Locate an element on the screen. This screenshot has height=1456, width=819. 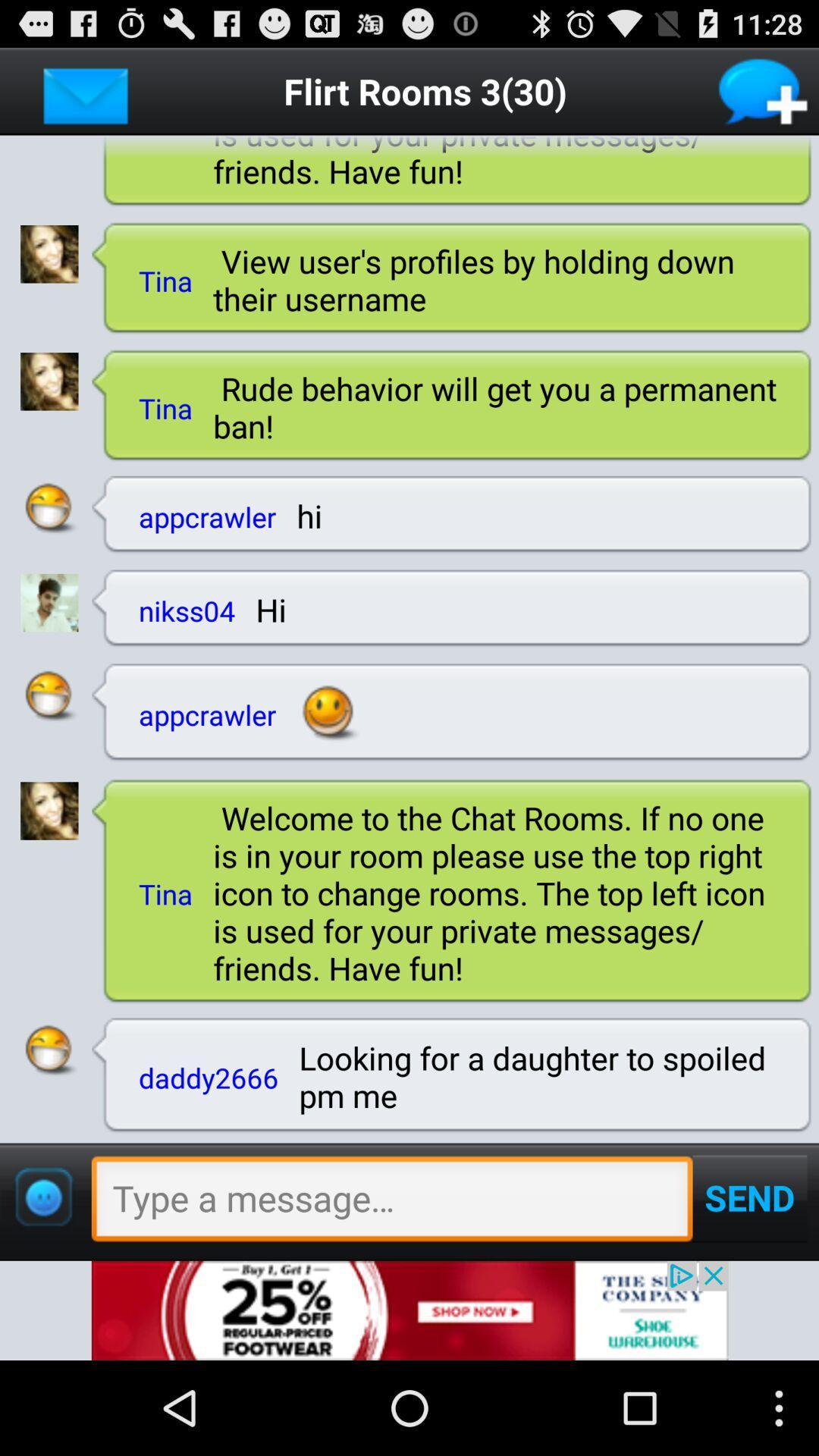
home is located at coordinates (86, 90).